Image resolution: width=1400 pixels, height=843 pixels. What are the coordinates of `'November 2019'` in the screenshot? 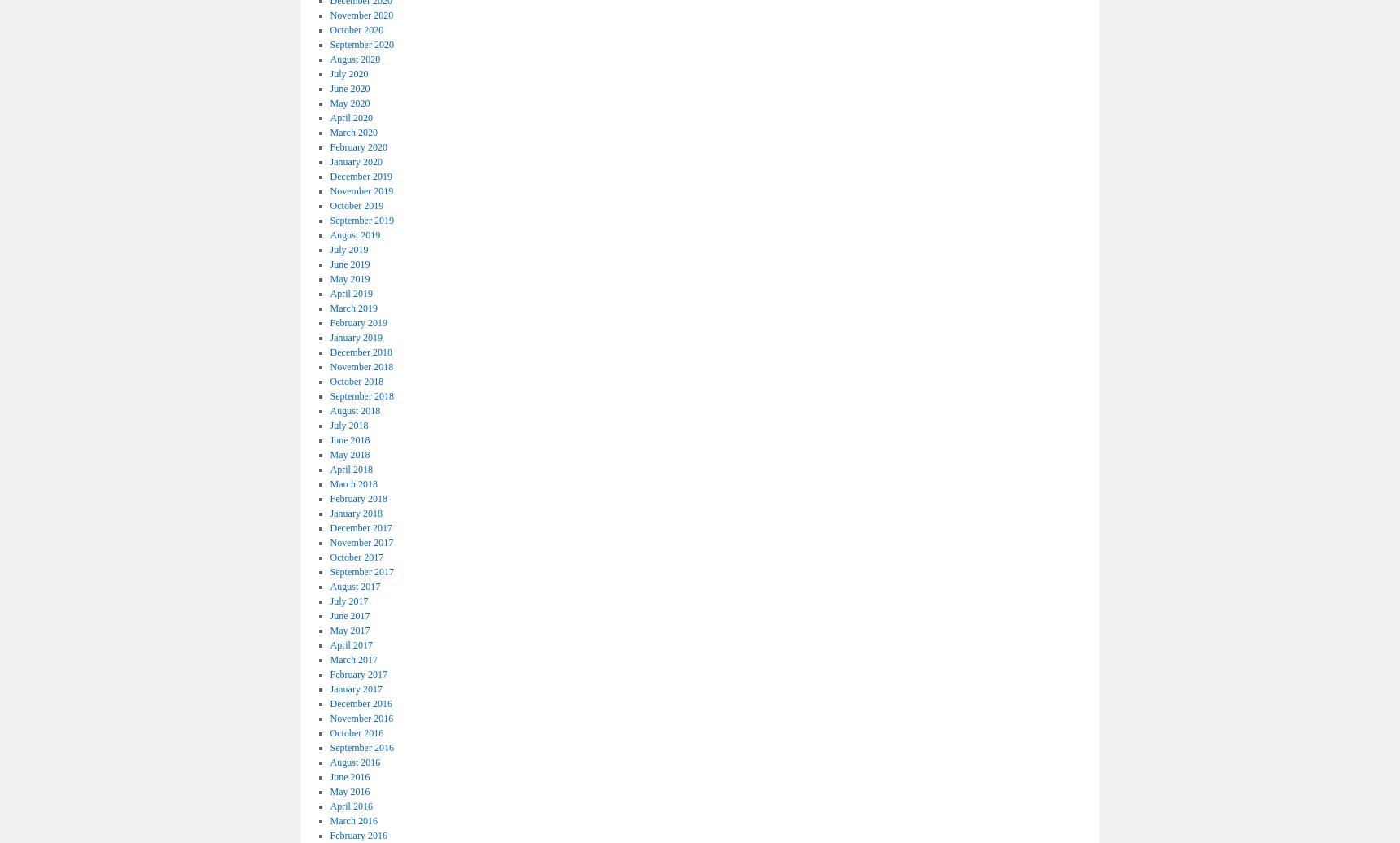 It's located at (330, 190).